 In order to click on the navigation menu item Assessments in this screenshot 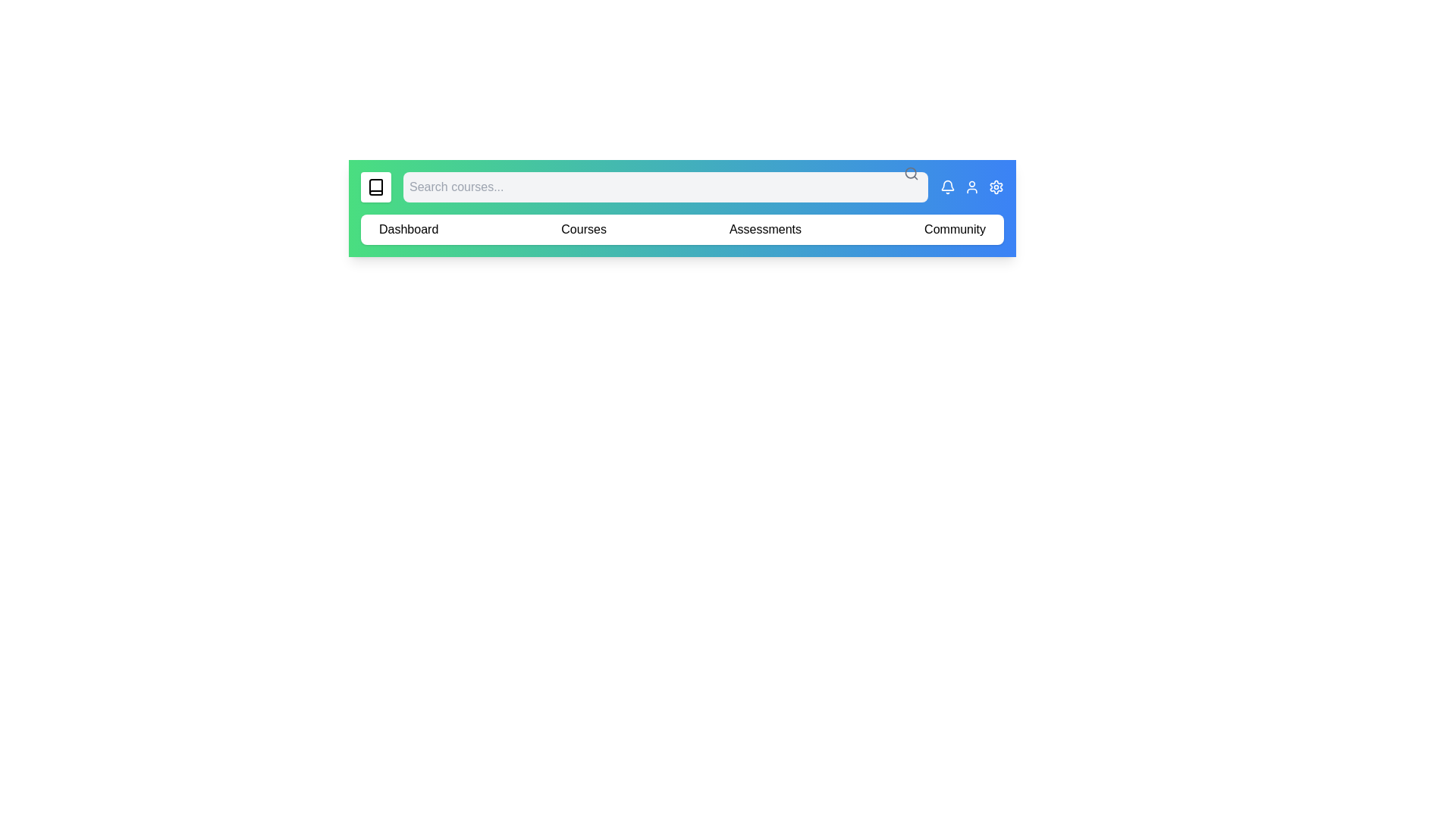, I will do `click(764, 230)`.